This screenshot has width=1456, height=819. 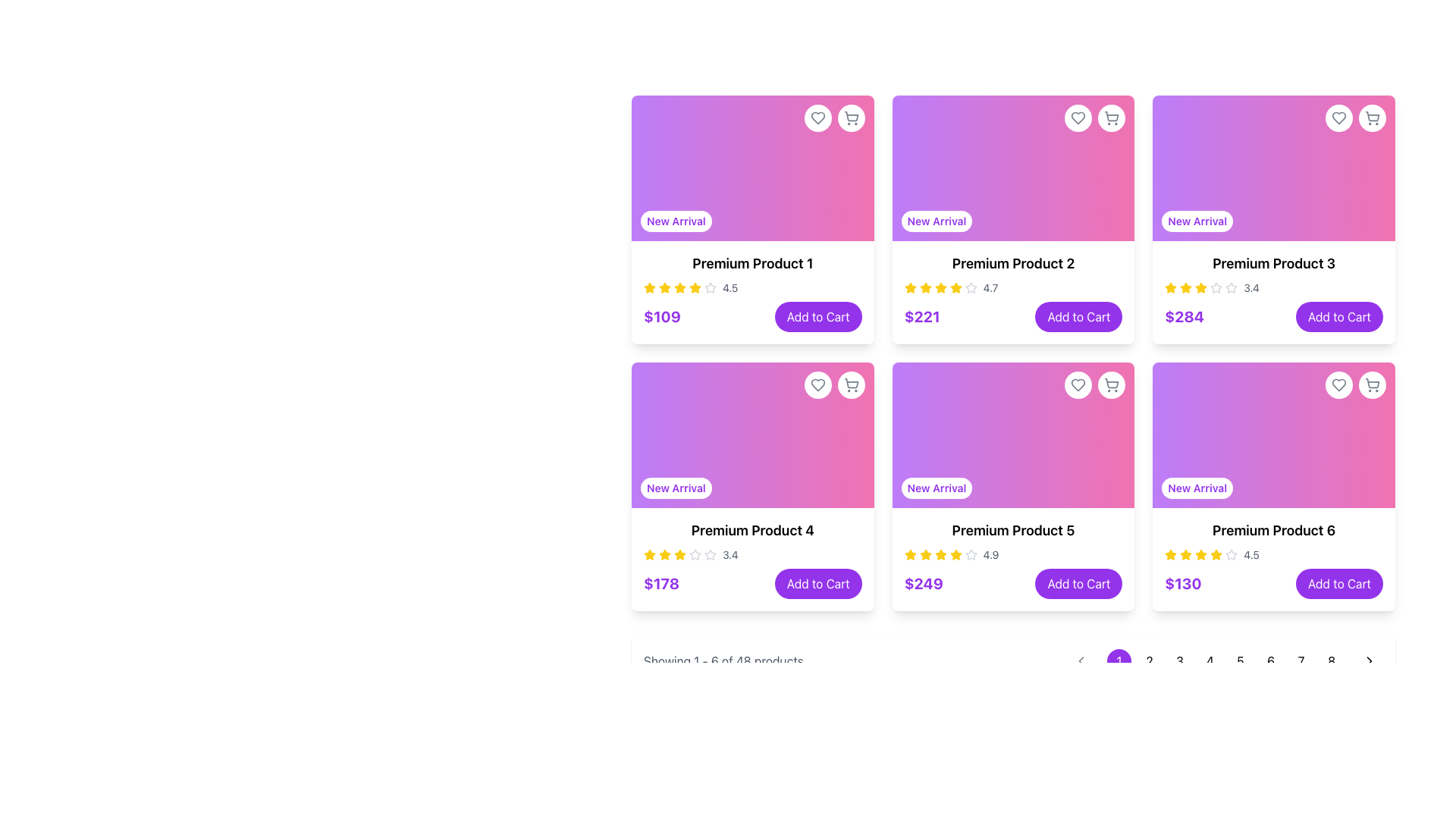 I want to click on the button located in the top-right corner of the 'Premium Product 5' card, so click(x=1112, y=384).